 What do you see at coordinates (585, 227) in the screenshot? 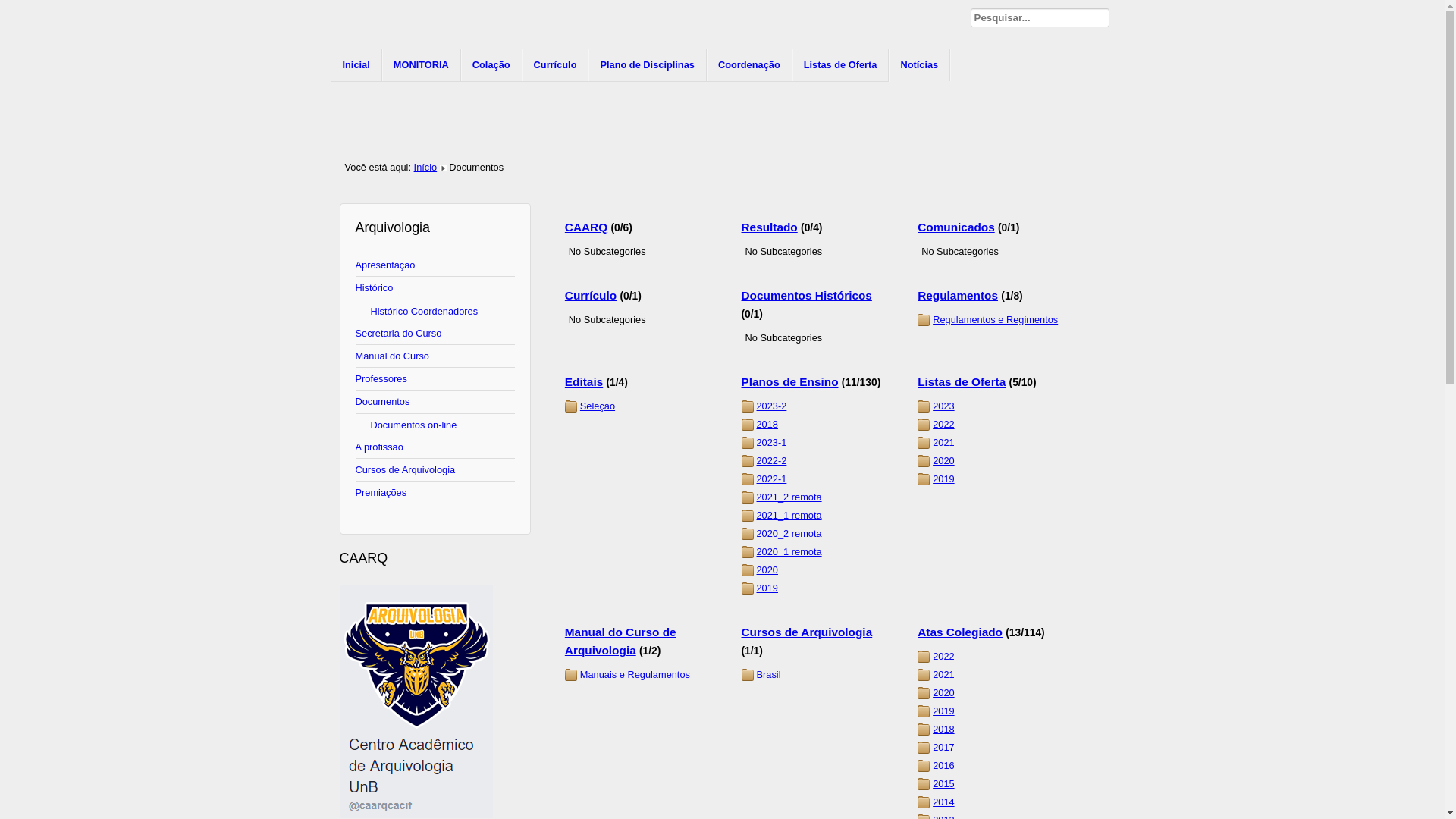
I see `'CAARQ'` at bounding box center [585, 227].